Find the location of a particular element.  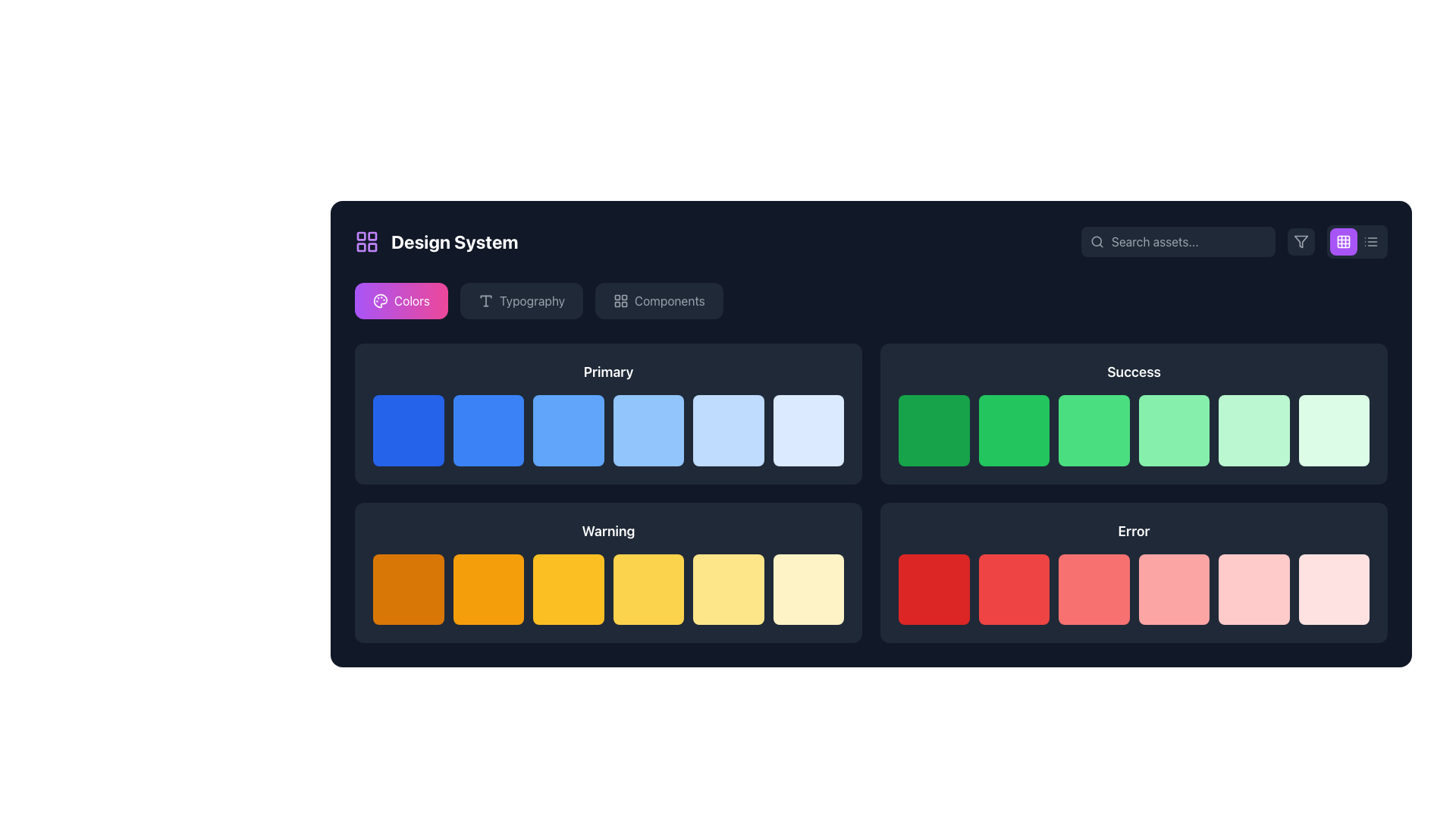

the square-shaped color selection component with a pale blue background is located at coordinates (728, 430).